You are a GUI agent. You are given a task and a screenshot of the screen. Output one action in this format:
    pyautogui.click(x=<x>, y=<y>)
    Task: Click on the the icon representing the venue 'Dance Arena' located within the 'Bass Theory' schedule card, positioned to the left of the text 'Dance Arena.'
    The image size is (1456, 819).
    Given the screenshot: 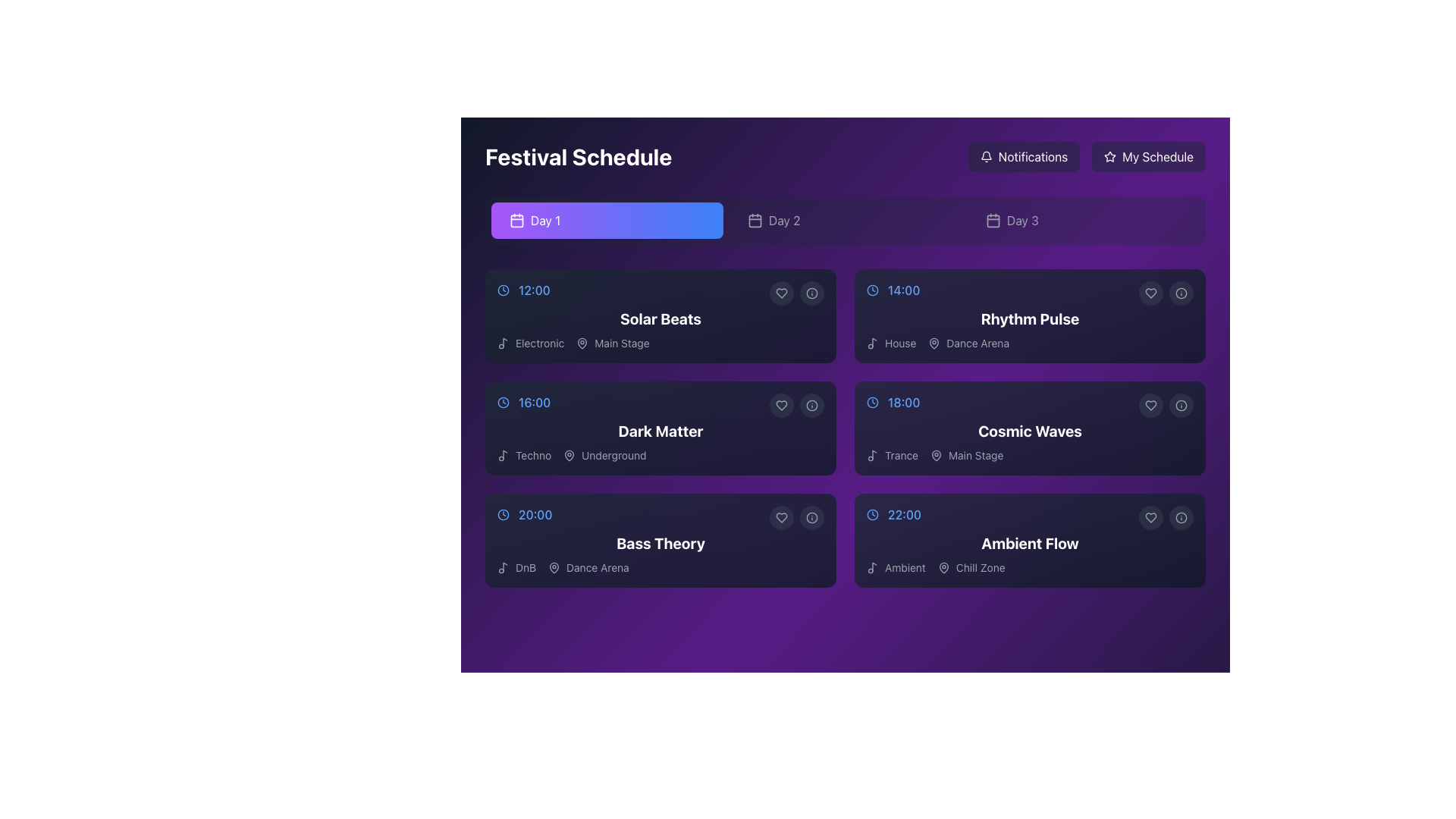 What is the action you would take?
    pyautogui.click(x=554, y=567)
    